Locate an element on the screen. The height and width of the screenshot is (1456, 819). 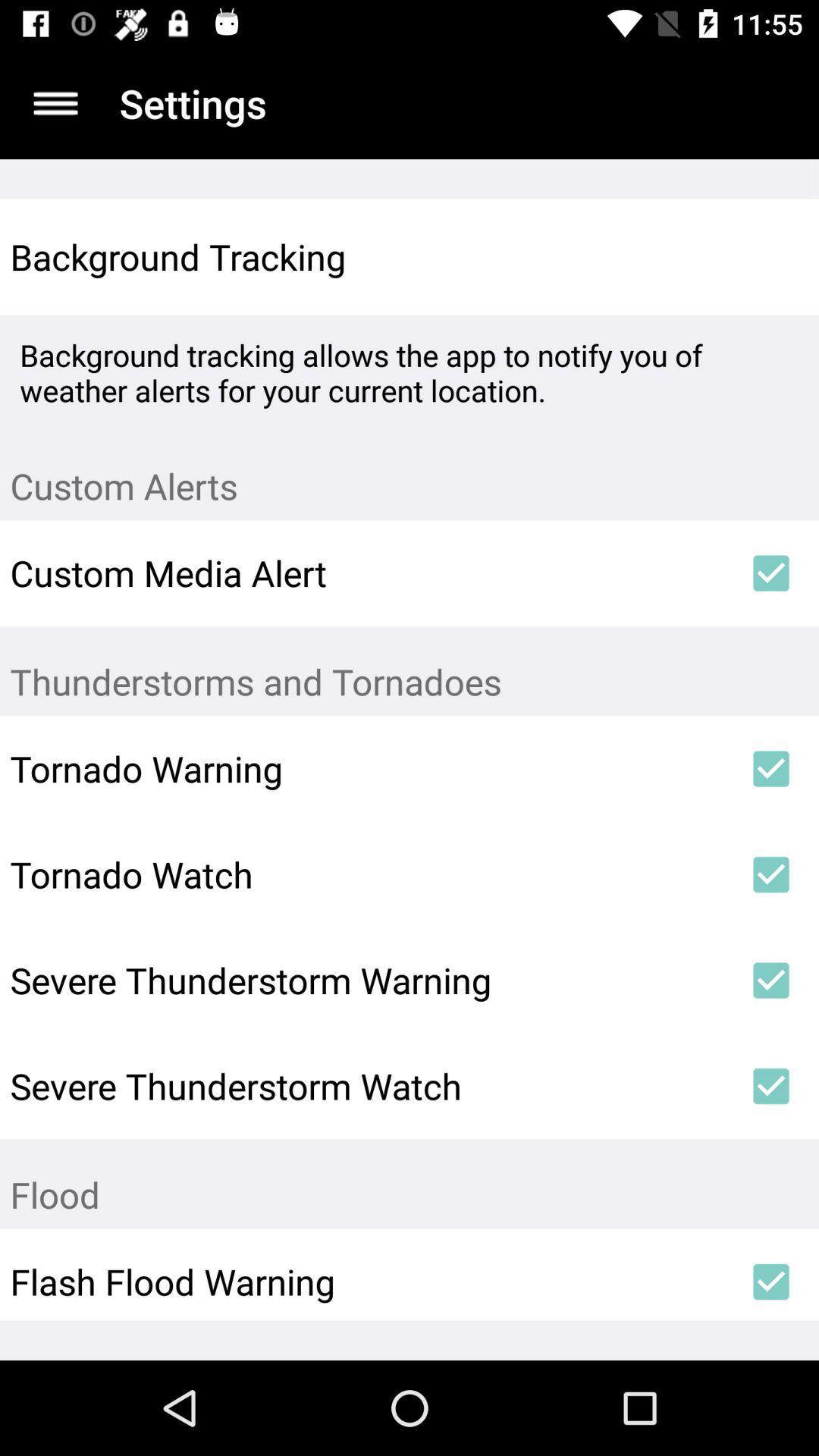
the icon next to tornado warning icon is located at coordinates (771, 768).